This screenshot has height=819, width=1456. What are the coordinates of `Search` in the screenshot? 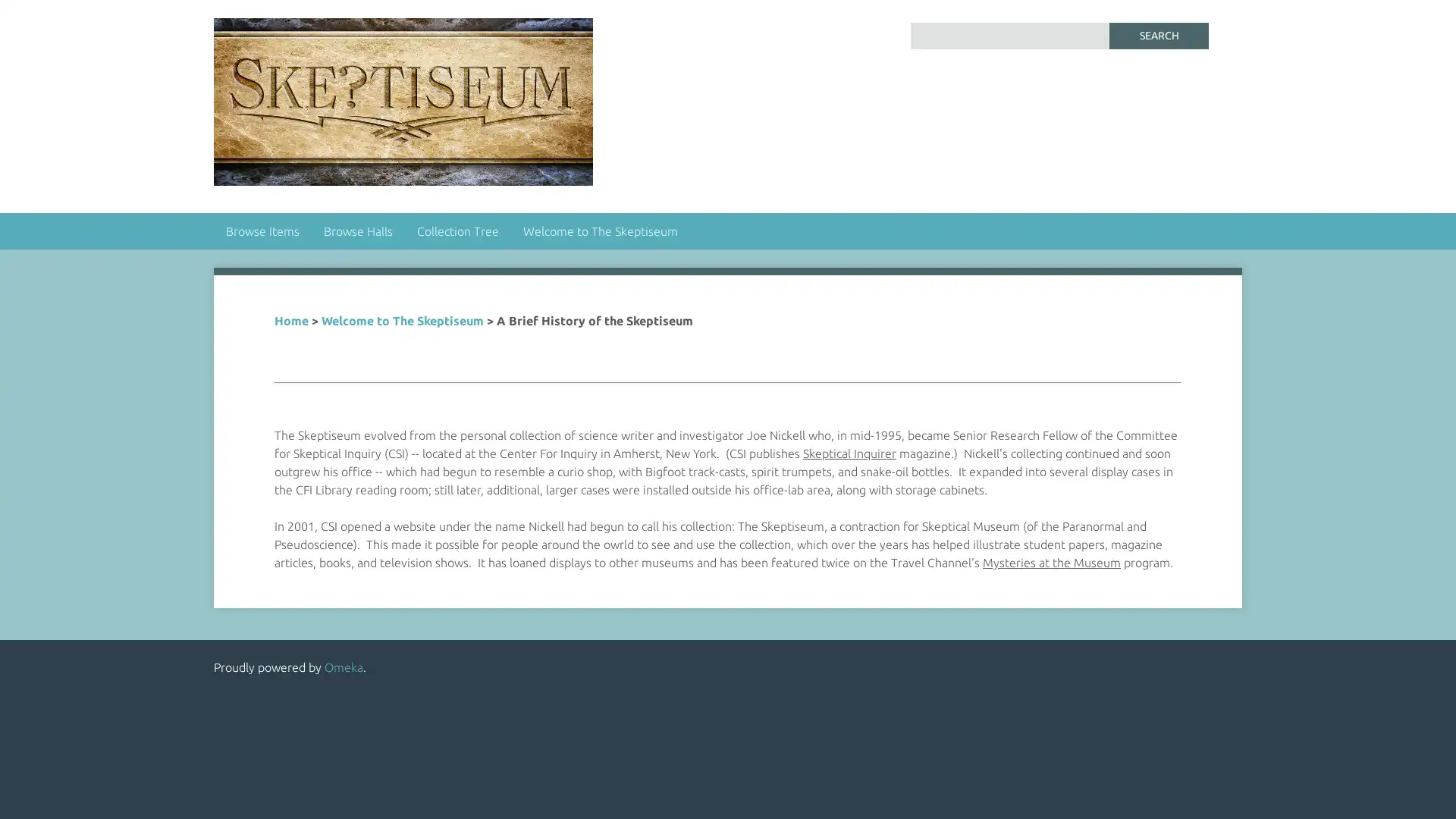 It's located at (1157, 35).